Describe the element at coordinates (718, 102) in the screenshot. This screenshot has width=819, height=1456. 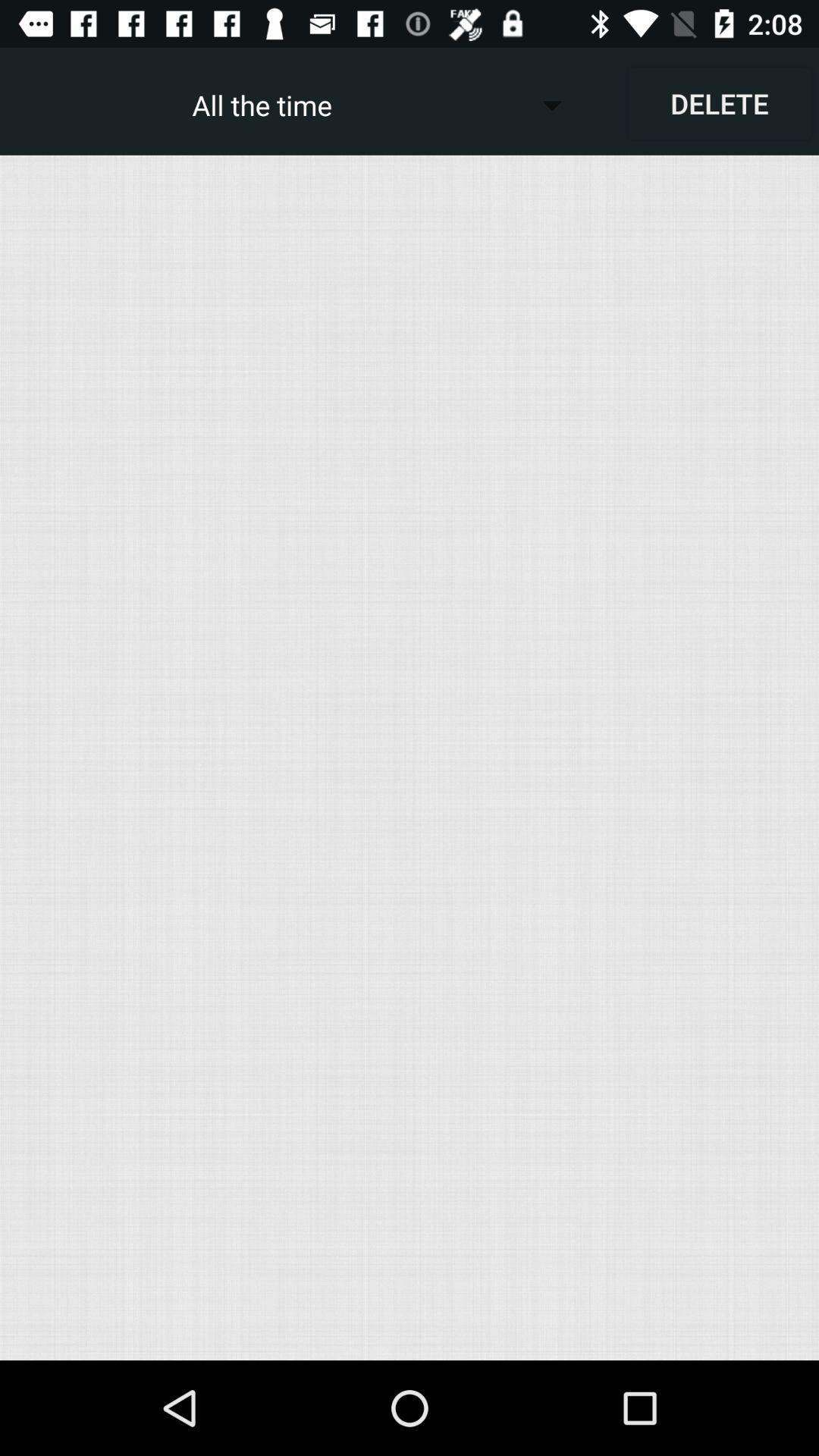
I see `delete` at that location.